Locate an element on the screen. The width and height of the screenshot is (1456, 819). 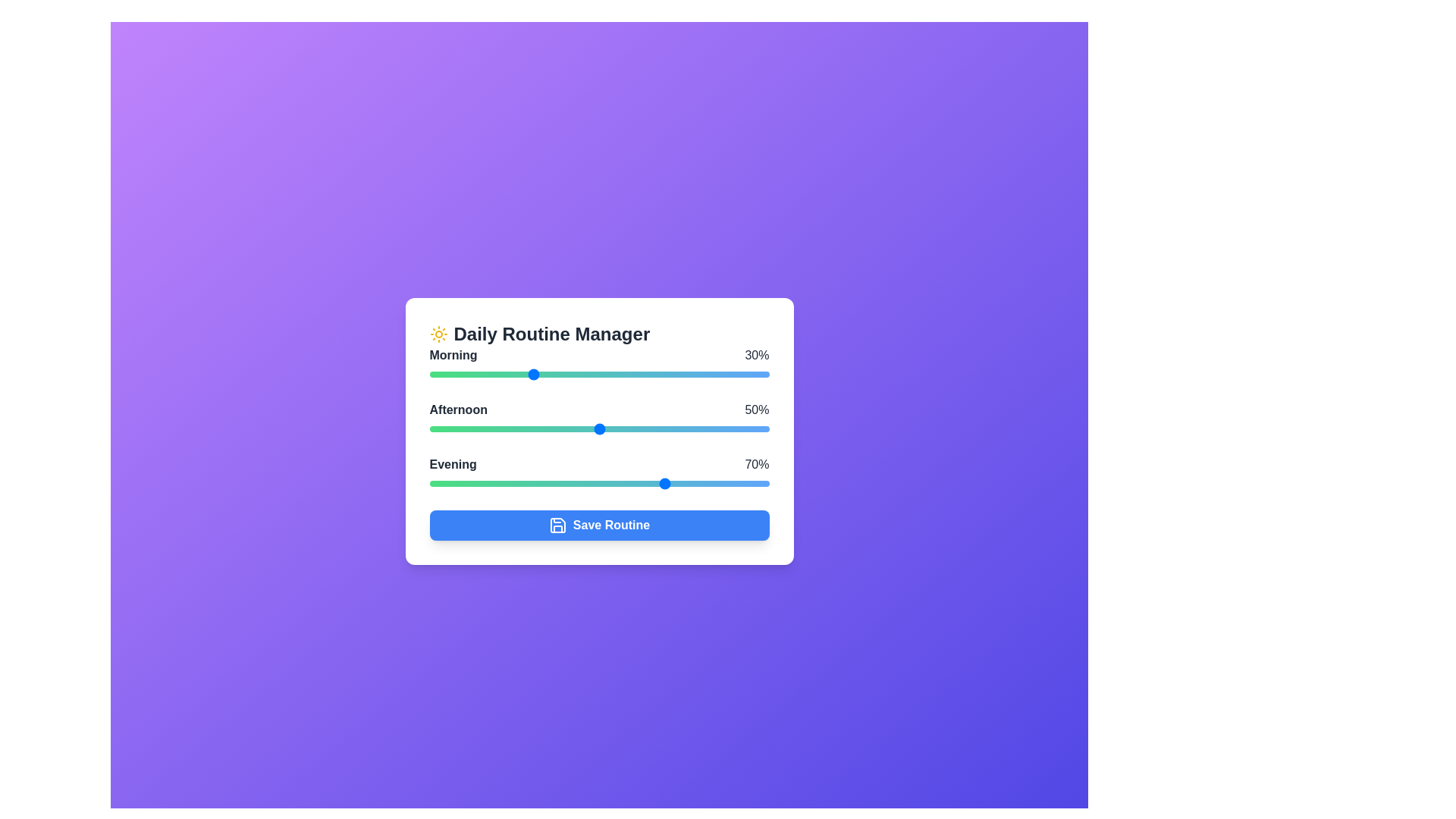
the Afternoon task slider to 16% is located at coordinates (483, 429).